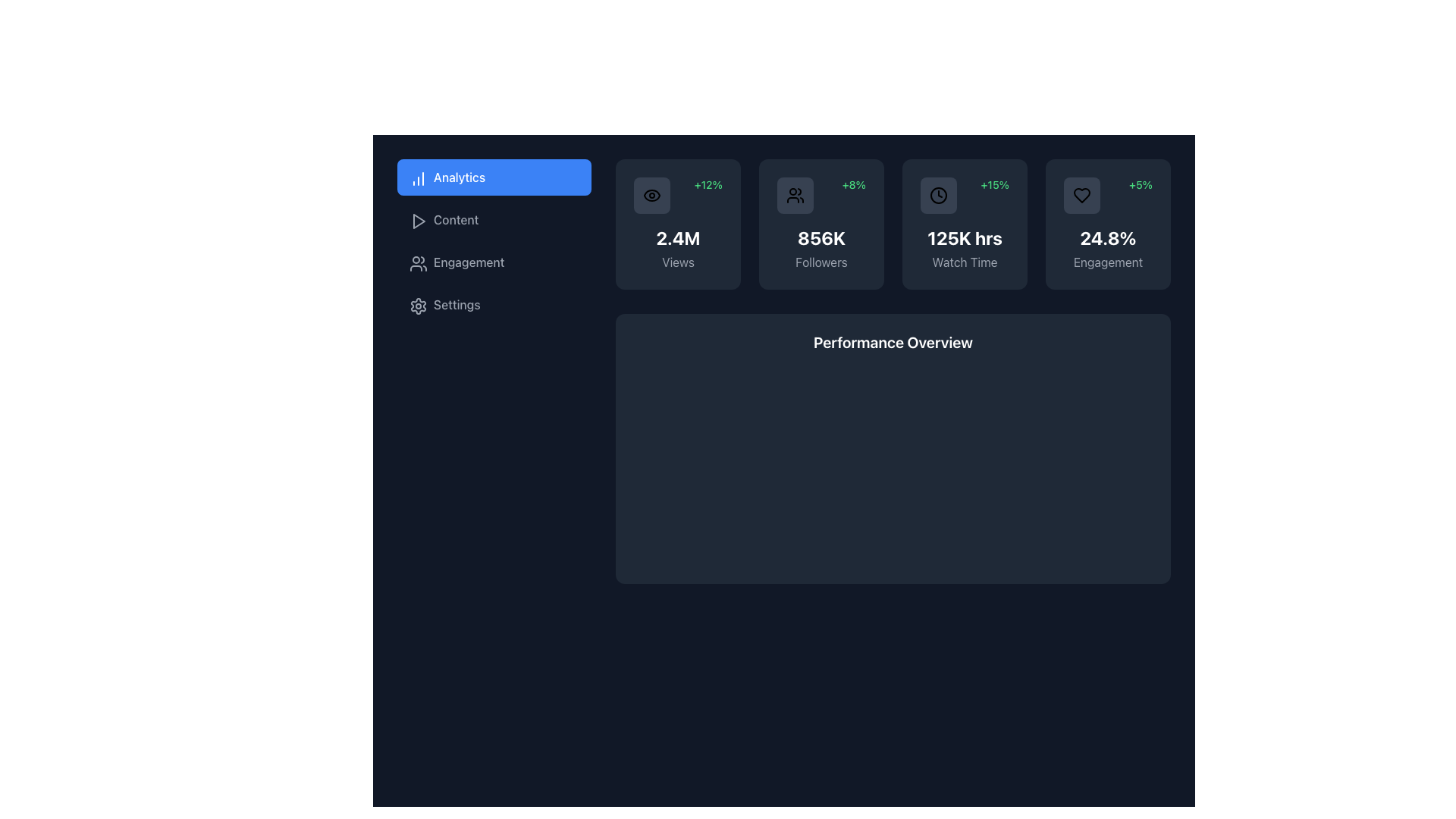 Image resolution: width=1456 pixels, height=819 pixels. Describe the element at coordinates (708, 184) in the screenshot. I see `text label displaying '+12%' in green color with a bold font, located in the top-right part of the dashboard card, to understand the information it conveys` at that location.